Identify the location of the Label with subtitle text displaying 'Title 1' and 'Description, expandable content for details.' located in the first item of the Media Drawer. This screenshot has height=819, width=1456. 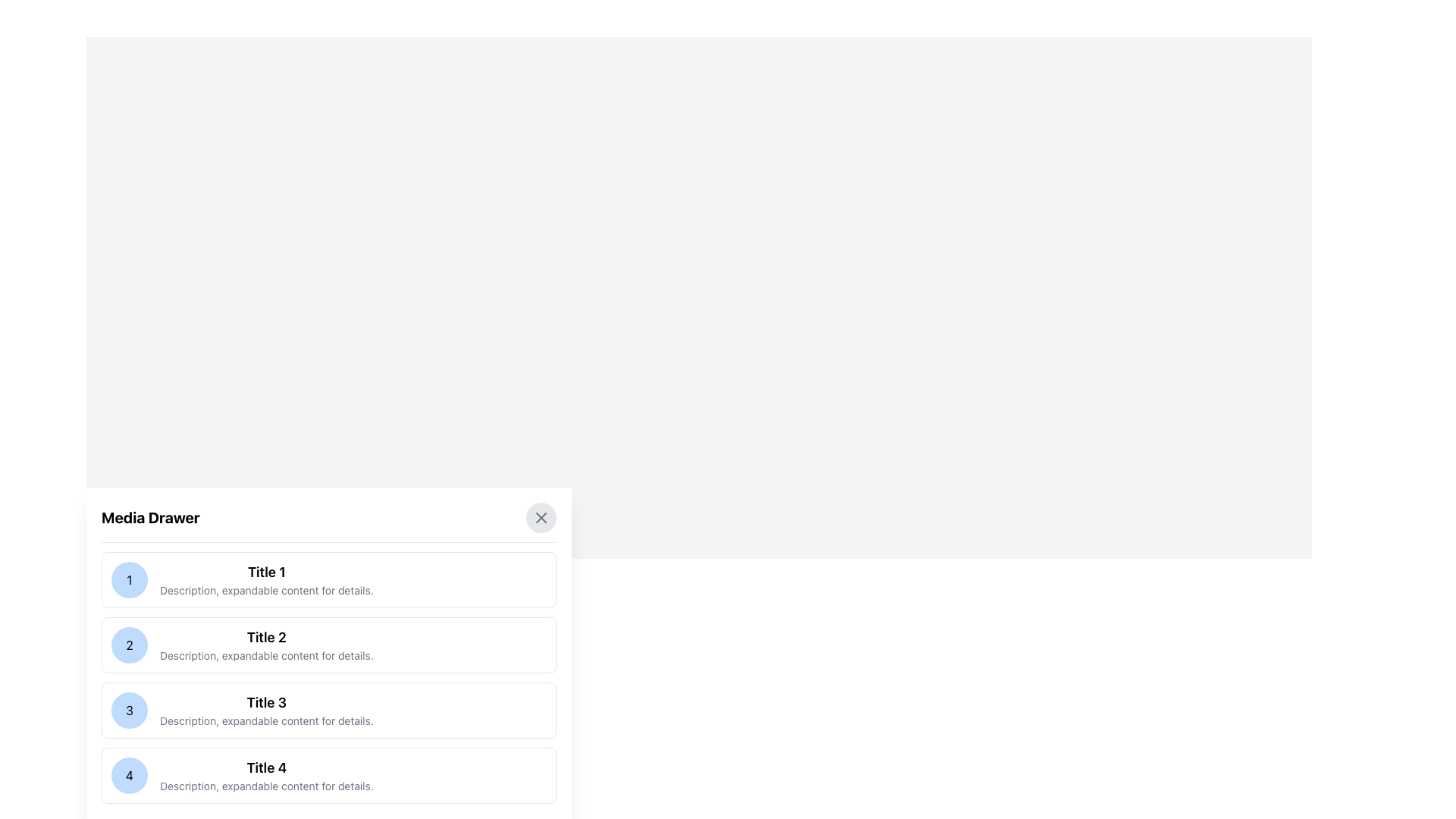
(266, 579).